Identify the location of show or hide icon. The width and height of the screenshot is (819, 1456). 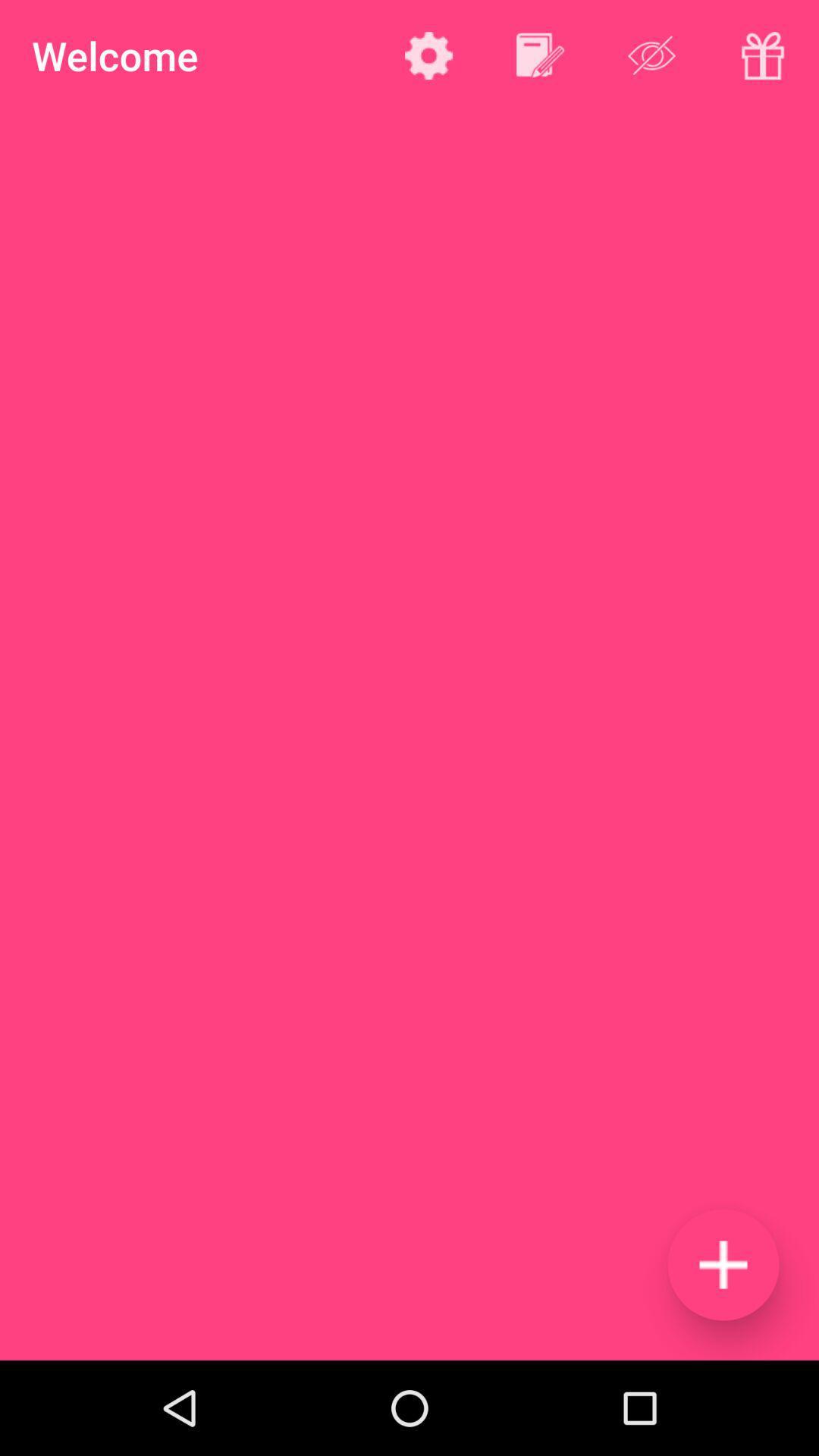
(651, 55).